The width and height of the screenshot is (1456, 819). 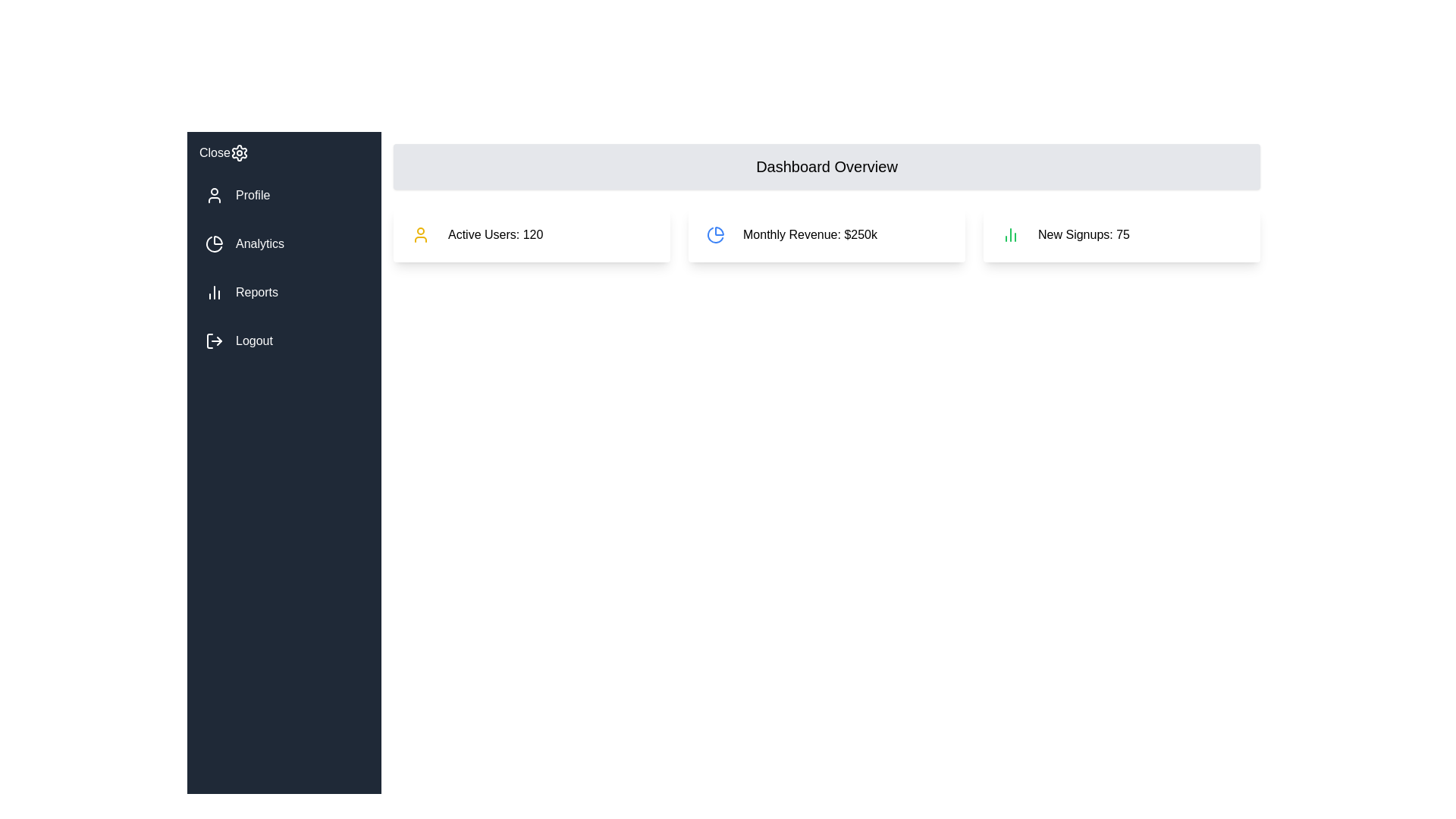 I want to click on the pie chart icon located in the sidebar navigation menu, so click(x=214, y=243).